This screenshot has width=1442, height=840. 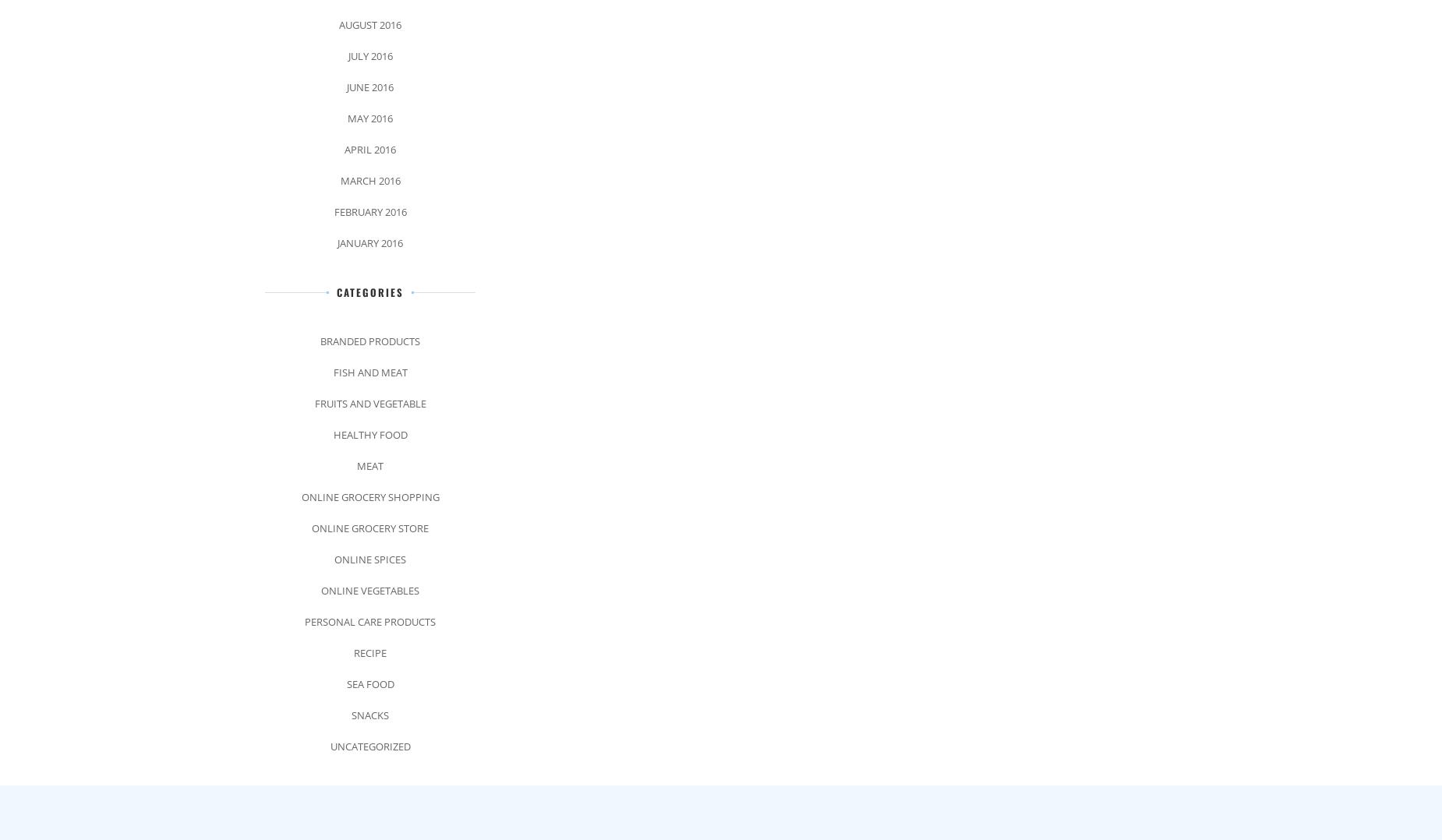 I want to click on 'Online Vegetables', so click(x=370, y=589).